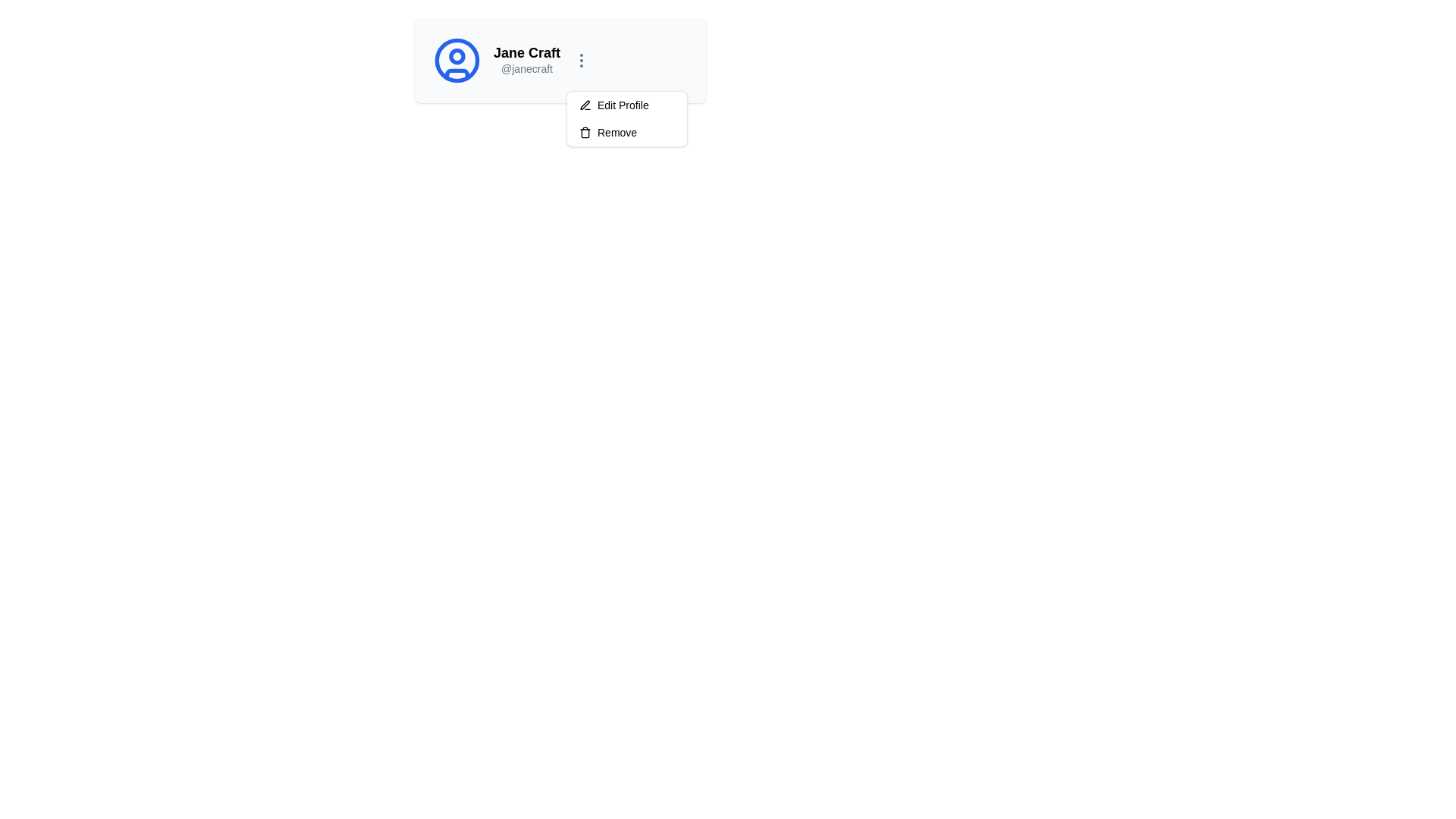  What do you see at coordinates (581, 60) in the screenshot?
I see `the Menu Trigger Icon, which is a vertically aligned ellipsis icon composed of three gray dots, located at the far right side of the profile header` at bounding box center [581, 60].